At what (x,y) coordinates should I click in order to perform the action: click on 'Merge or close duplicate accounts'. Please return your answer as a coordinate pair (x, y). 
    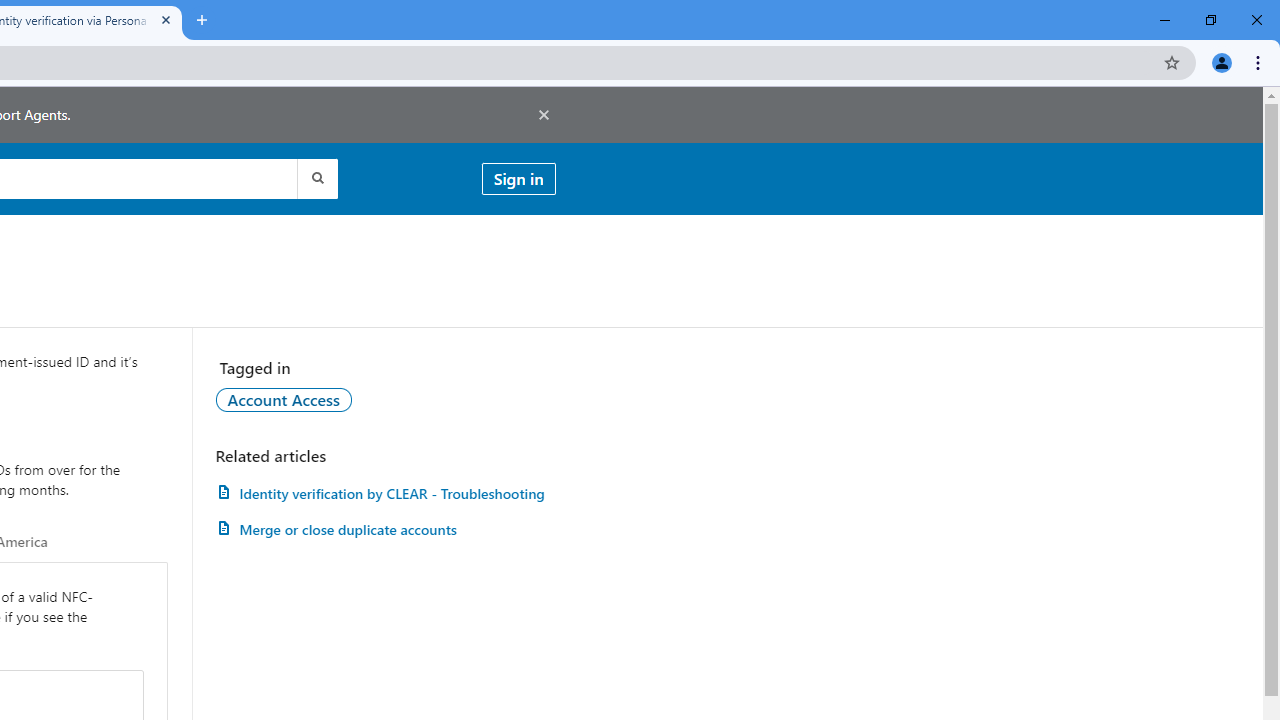
    Looking at the image, I should click on (385, 528).